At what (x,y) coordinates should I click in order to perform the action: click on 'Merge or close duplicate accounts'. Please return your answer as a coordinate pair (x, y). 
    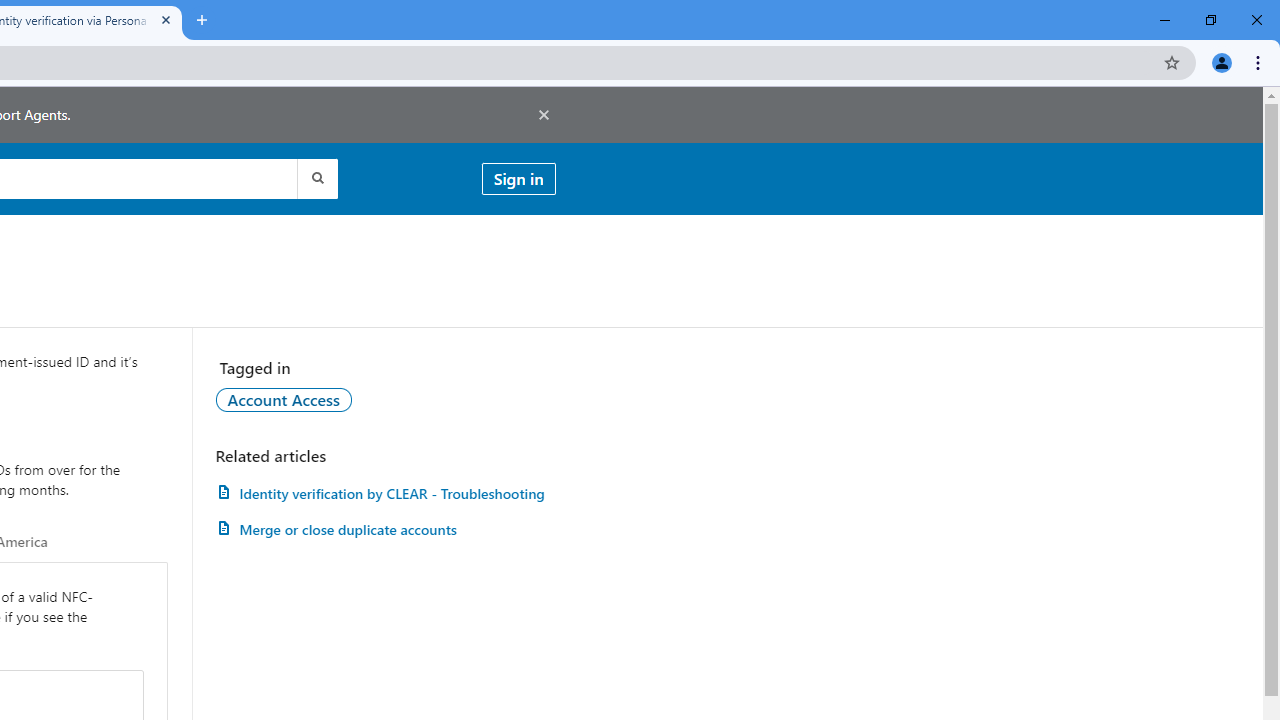
    Looking at the image, I should click on (385, 528).